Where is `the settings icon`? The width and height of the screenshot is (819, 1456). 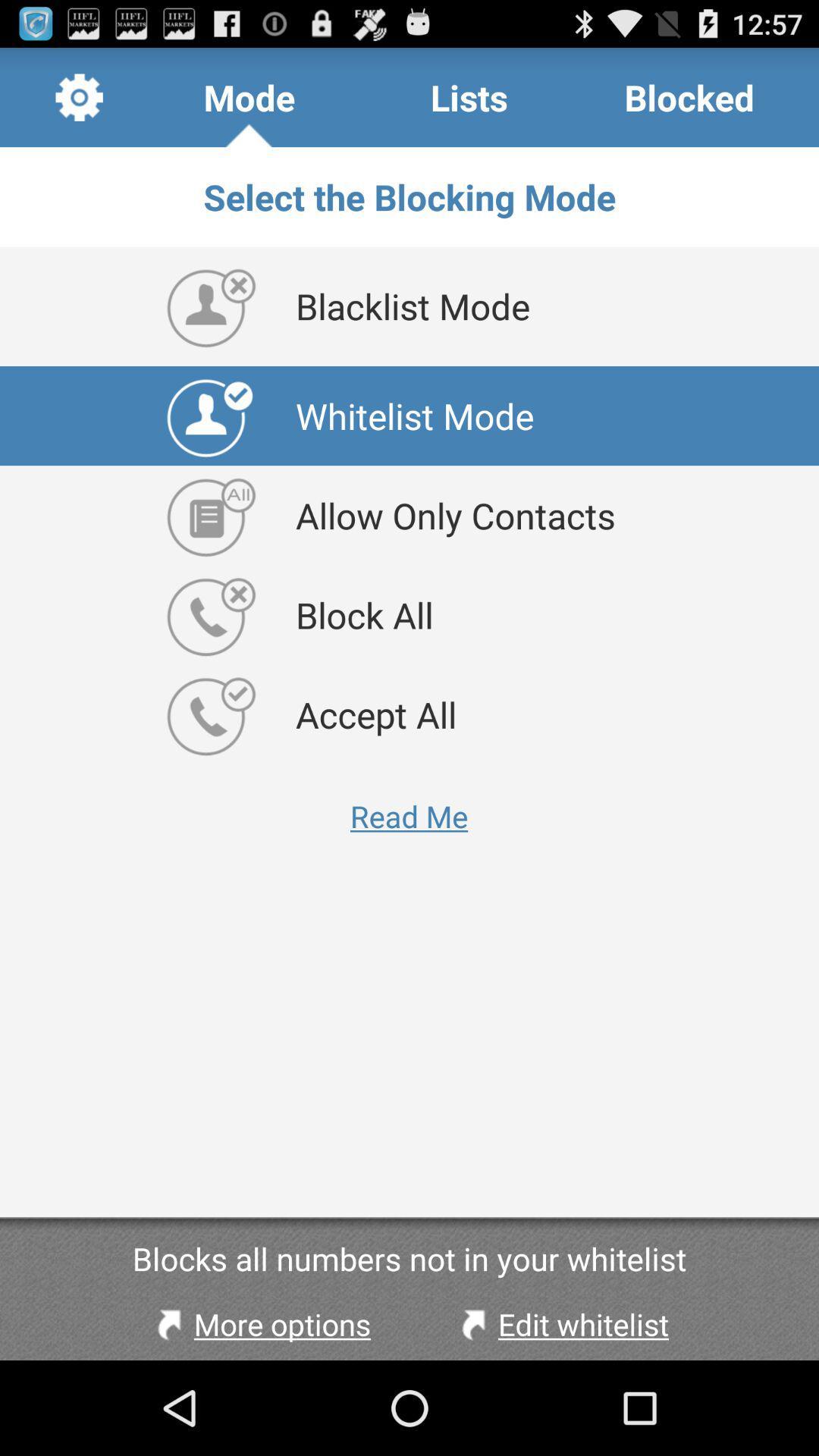 the settings icon is located at coordinates (79, 103).